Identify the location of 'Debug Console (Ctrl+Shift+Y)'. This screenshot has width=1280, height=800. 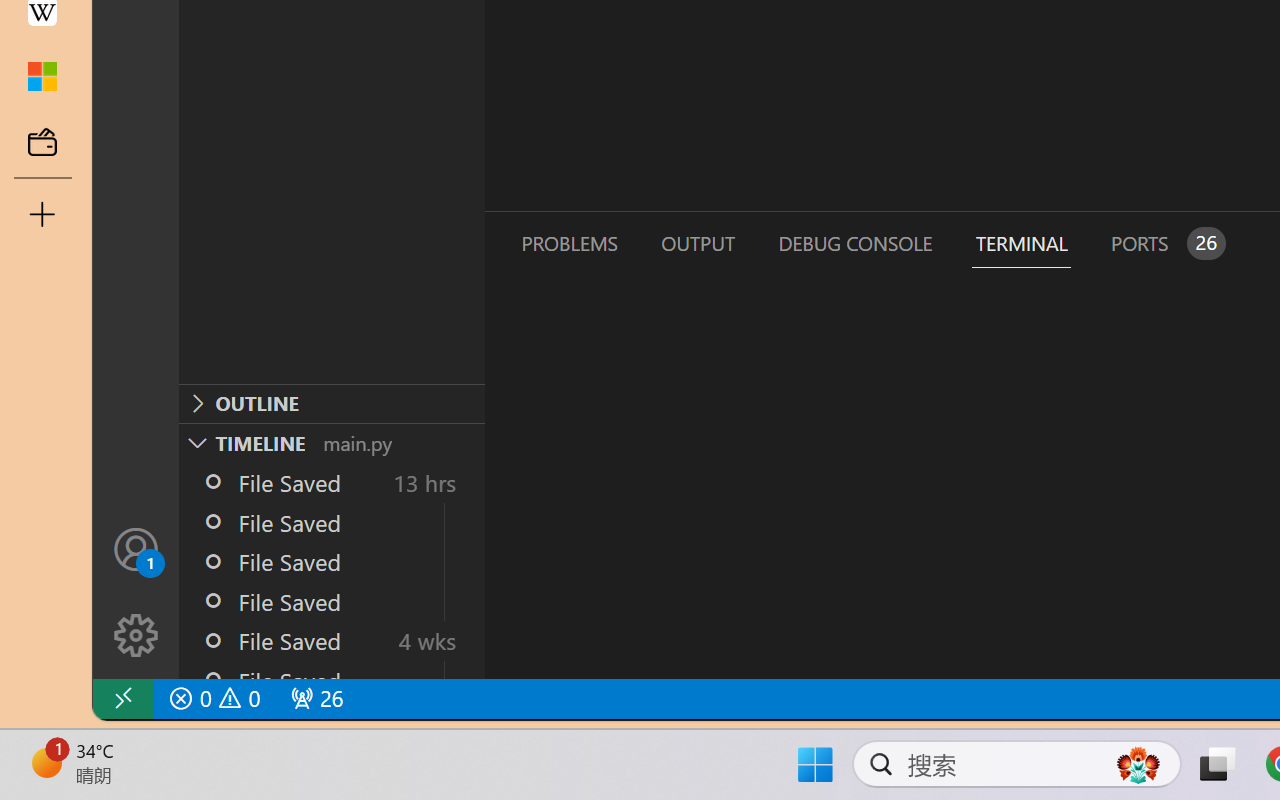
(854, 242).